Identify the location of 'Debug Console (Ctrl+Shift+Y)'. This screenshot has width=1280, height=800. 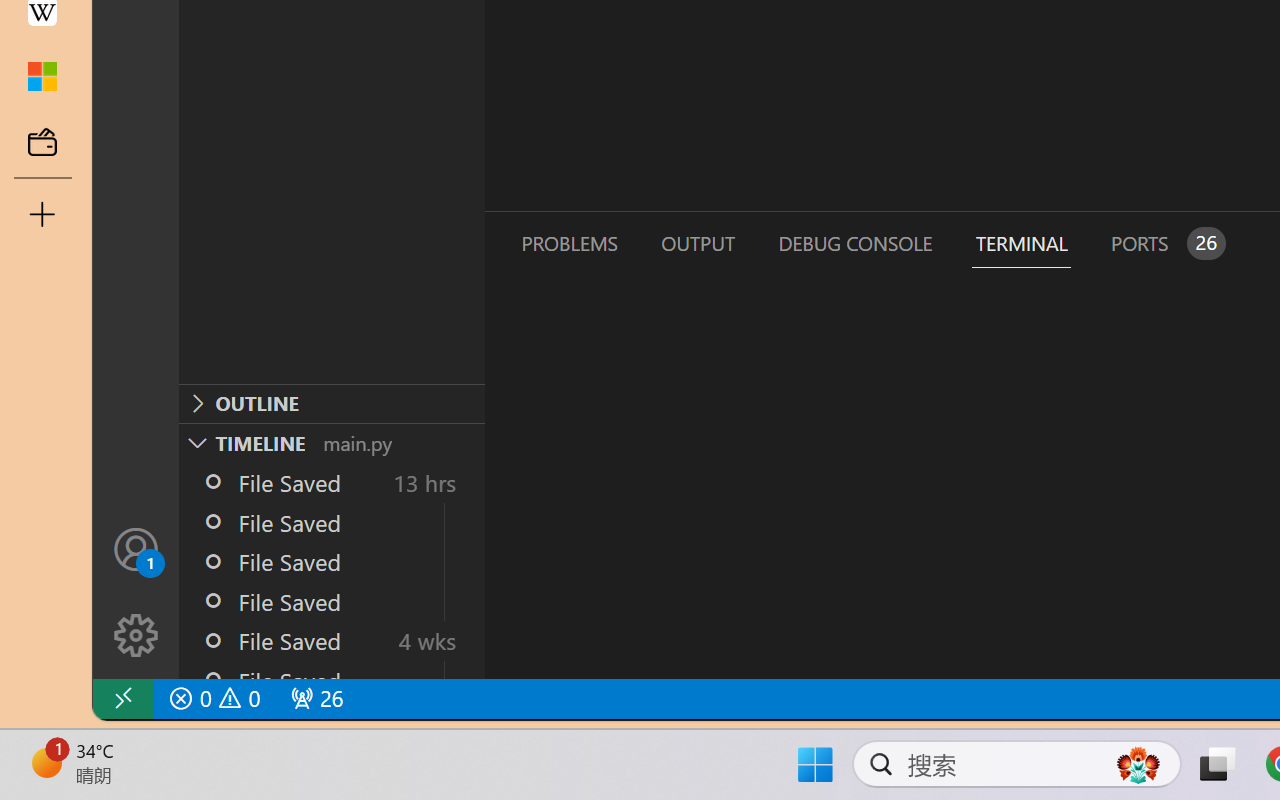
(854, 242).